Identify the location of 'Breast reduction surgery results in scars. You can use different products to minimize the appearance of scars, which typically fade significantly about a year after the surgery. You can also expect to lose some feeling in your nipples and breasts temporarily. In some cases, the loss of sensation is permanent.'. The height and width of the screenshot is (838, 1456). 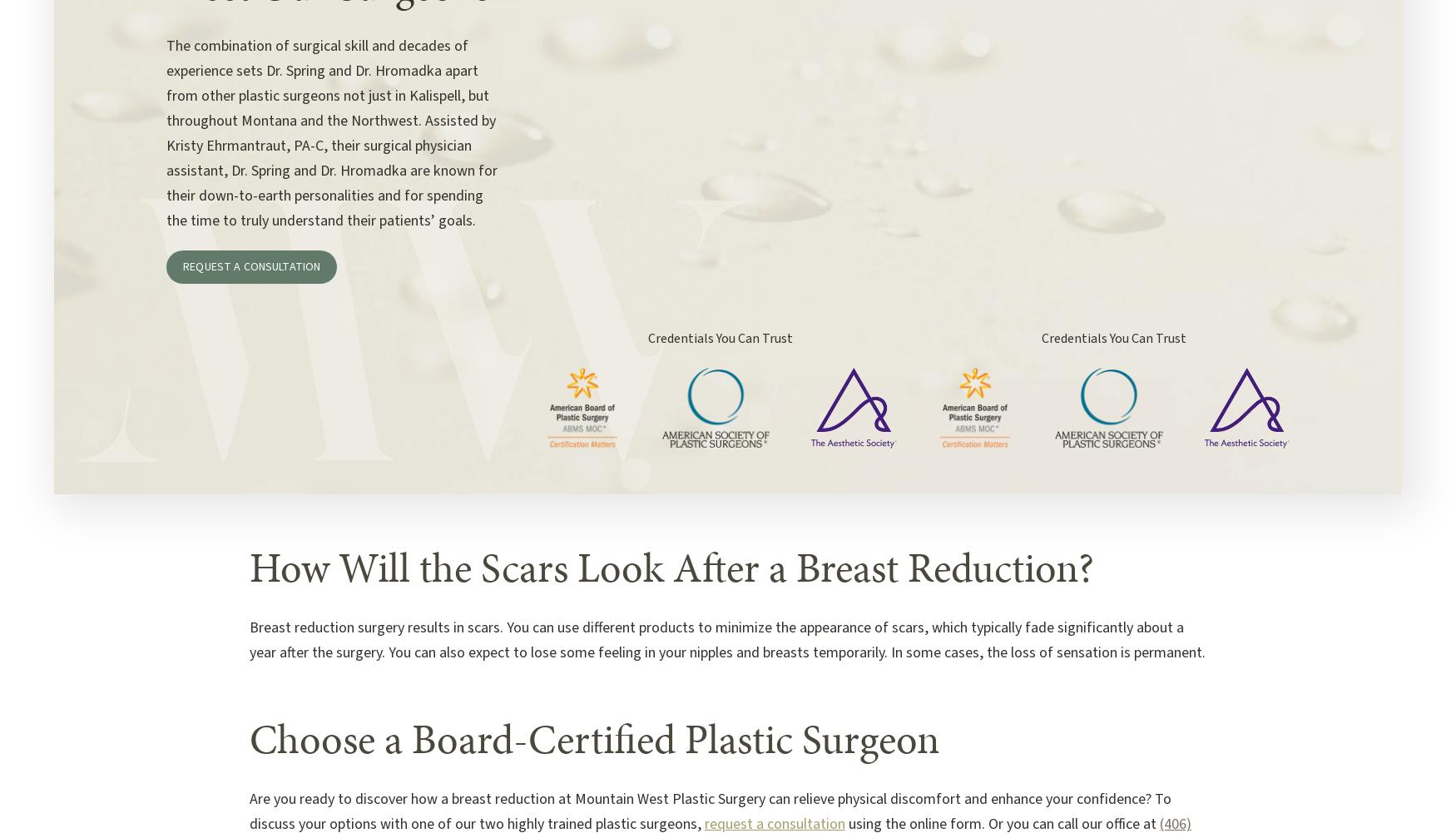
(727, 638).